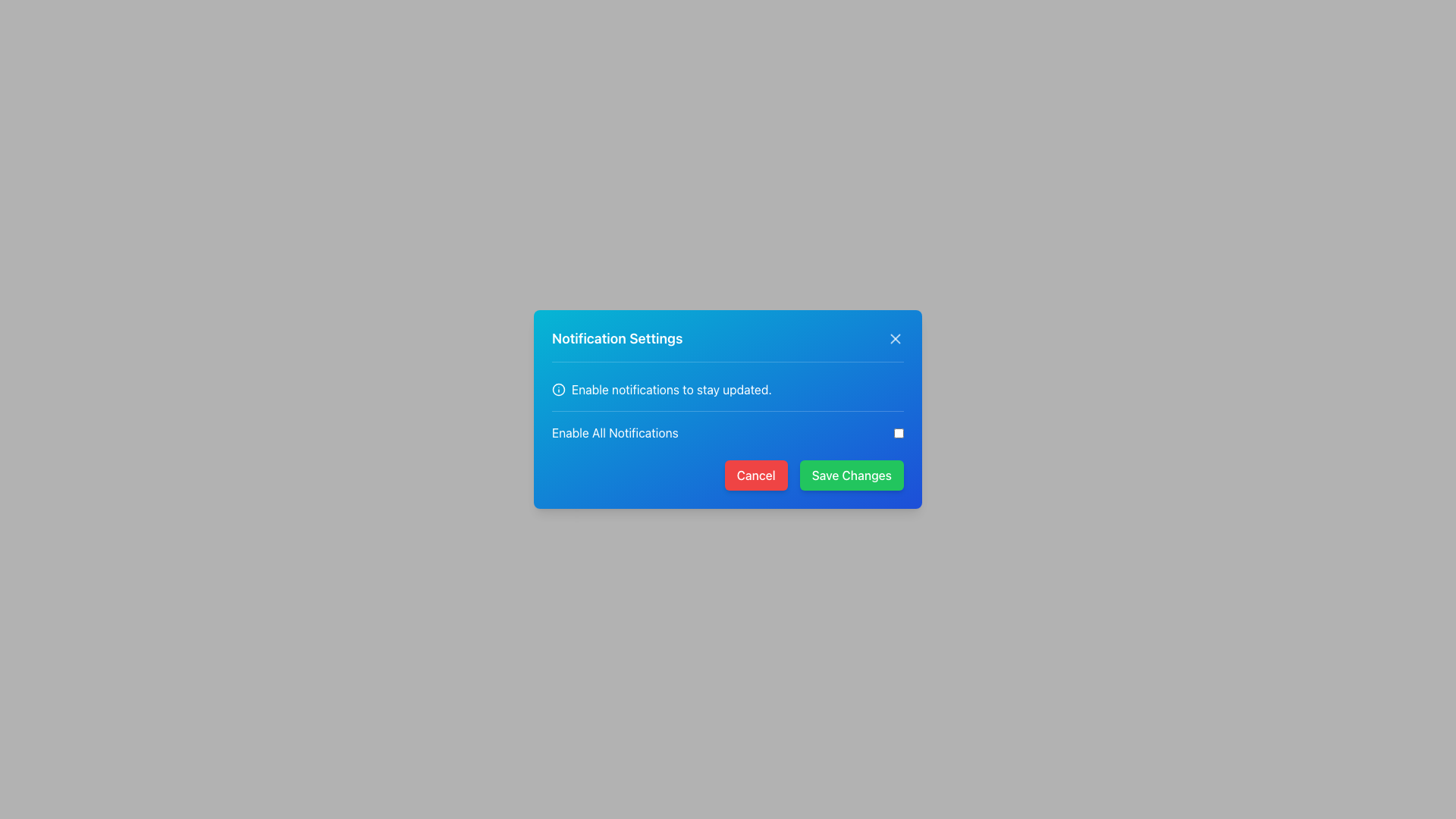 The image size is (1456, 819). I want to click on text label that says 'Enable All Notifications', which is styled in white and located below the 'Enable notifications to stay updated.' option within the 'Notification Settings' section of the dialog box, so click(615, 432).